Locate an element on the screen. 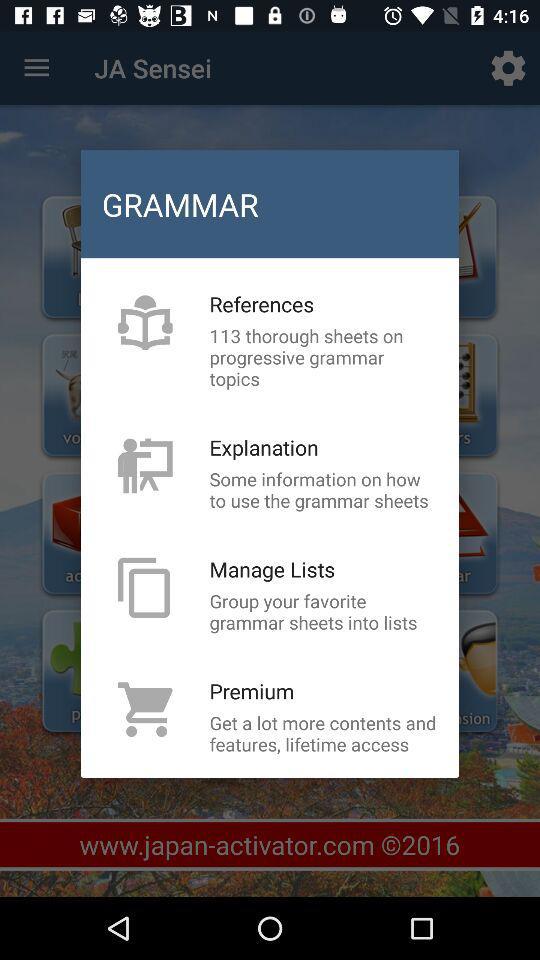 The width and height of the screenshot is (540, 960). item below group your favorite is located at coordinates (252, 691).